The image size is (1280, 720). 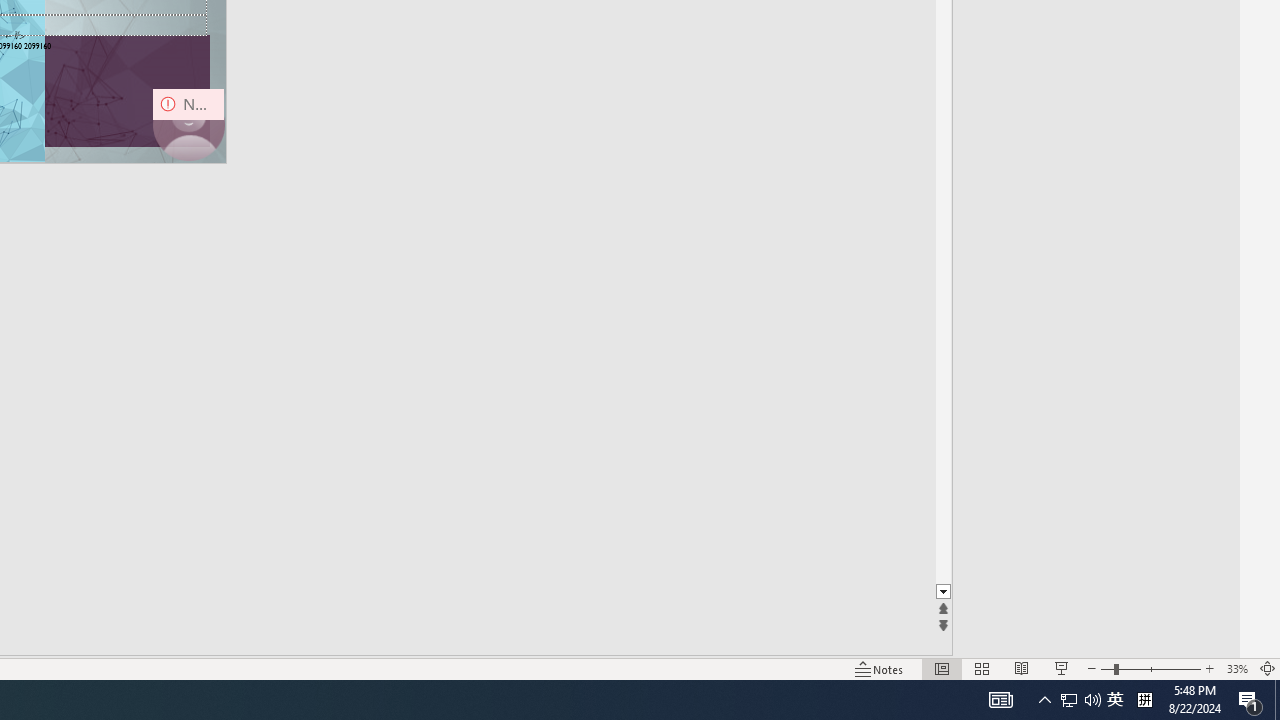 What do you see at coordinates (982, 669) in the screenshot?
I see `'Slide Sorter'` at bounding box center [982, 669].